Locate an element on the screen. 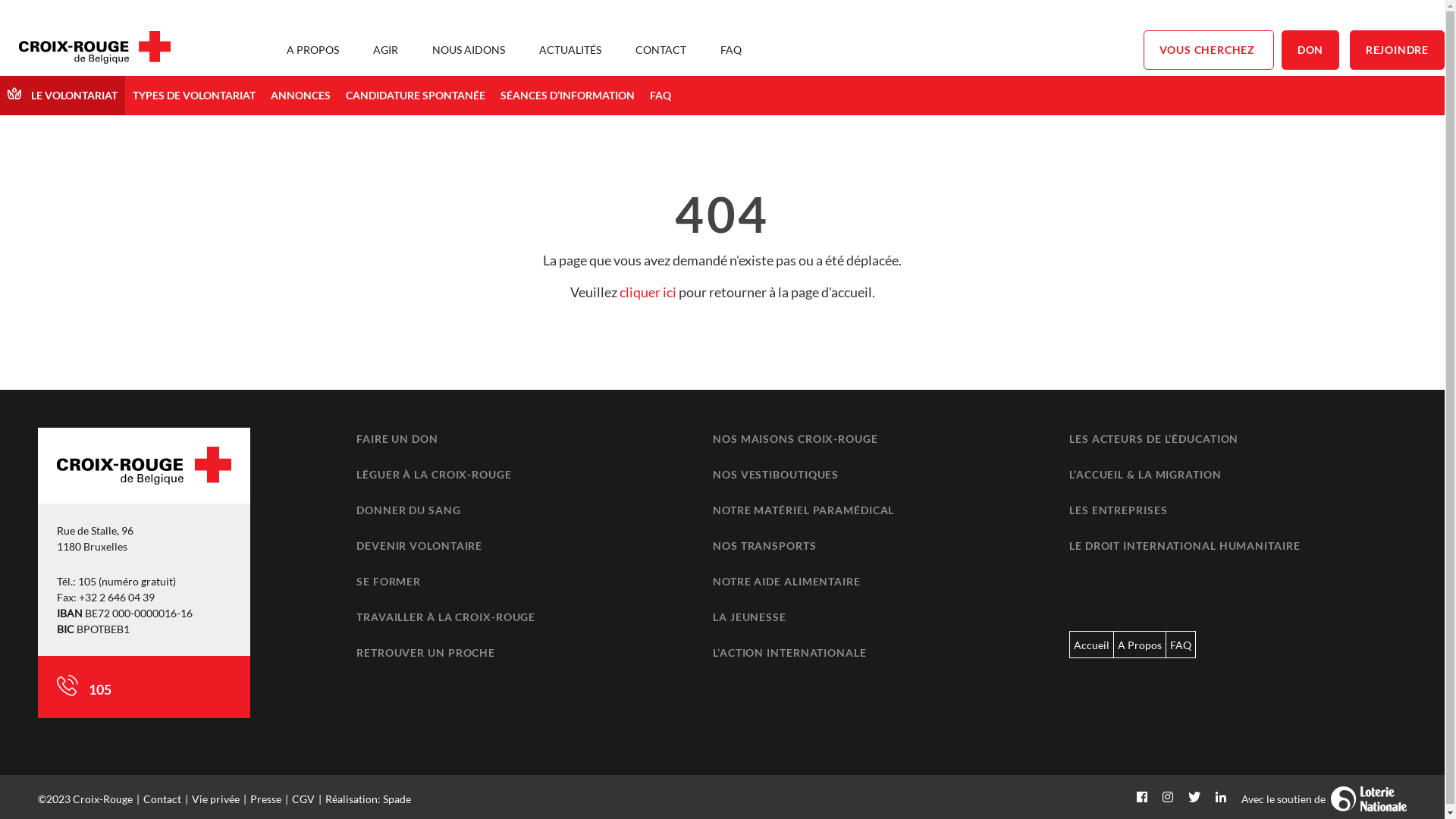 This screenshot has width=1456, height=819. 'Contact' is located at coordinates (162, 798).